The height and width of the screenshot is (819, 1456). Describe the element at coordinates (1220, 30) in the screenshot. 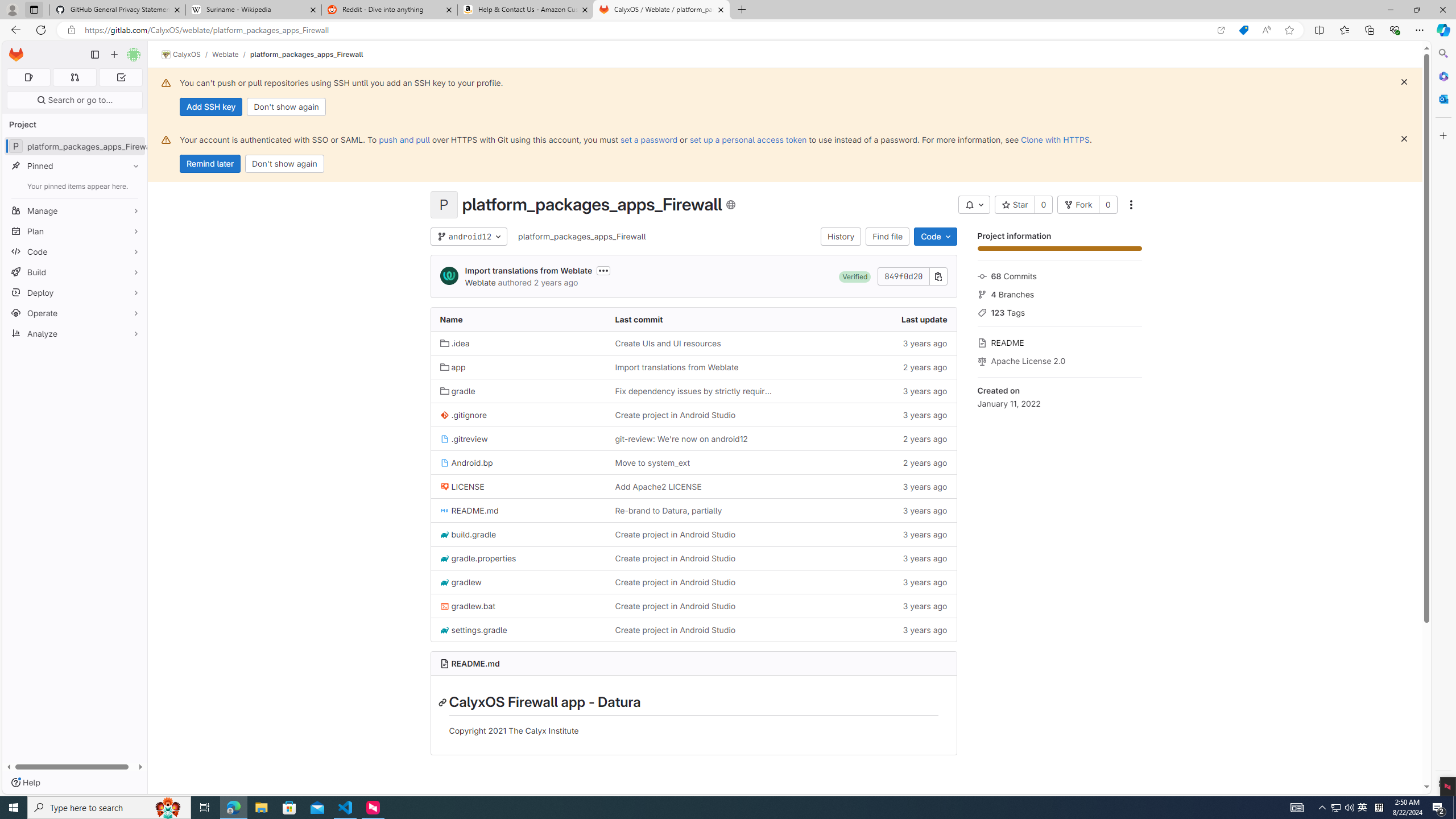

I see `'Open in app'` at that location.